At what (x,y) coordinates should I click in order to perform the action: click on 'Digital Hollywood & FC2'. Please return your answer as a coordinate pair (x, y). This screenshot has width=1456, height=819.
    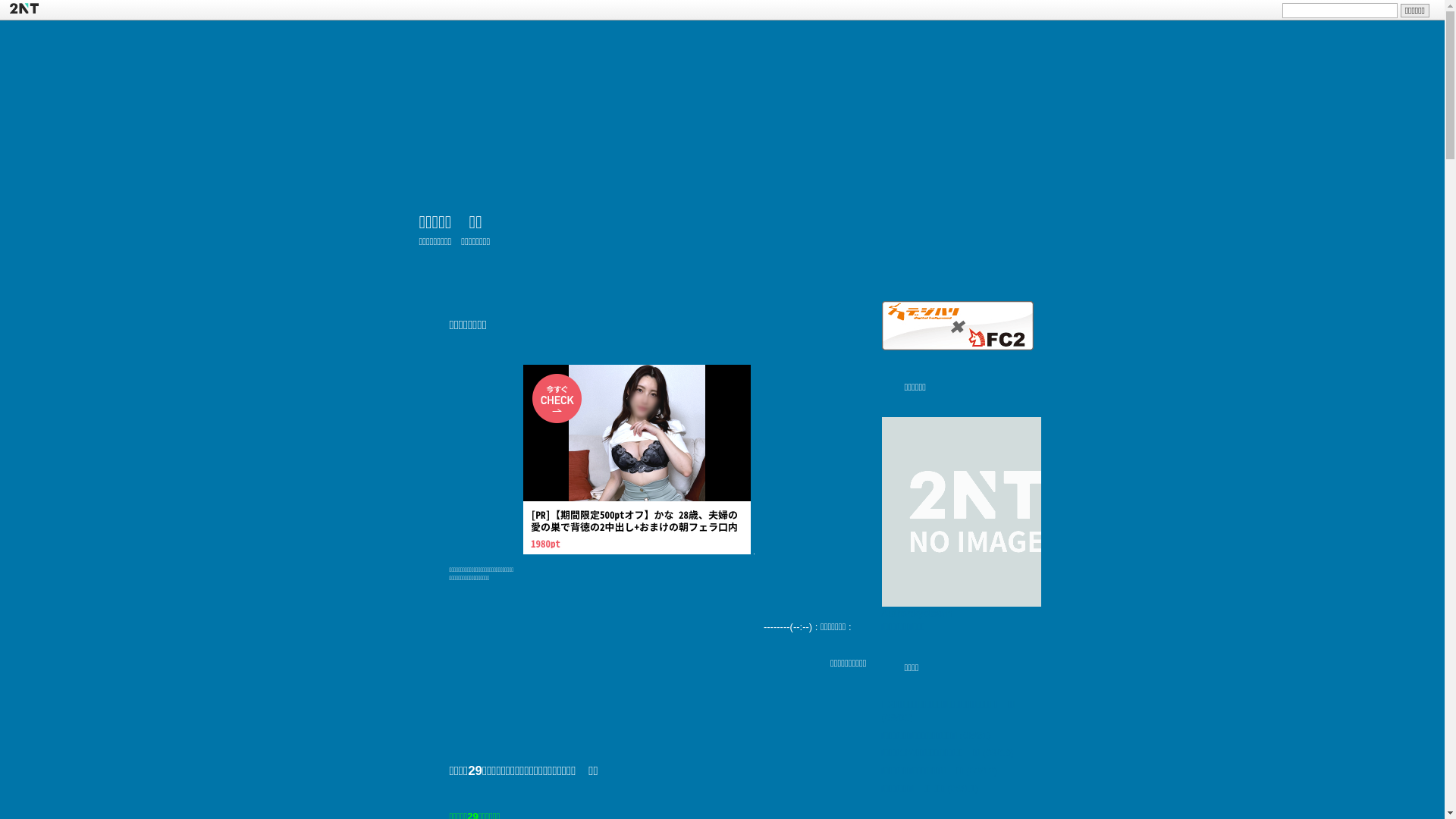
    Looking at the image, I should click on (956, 325).